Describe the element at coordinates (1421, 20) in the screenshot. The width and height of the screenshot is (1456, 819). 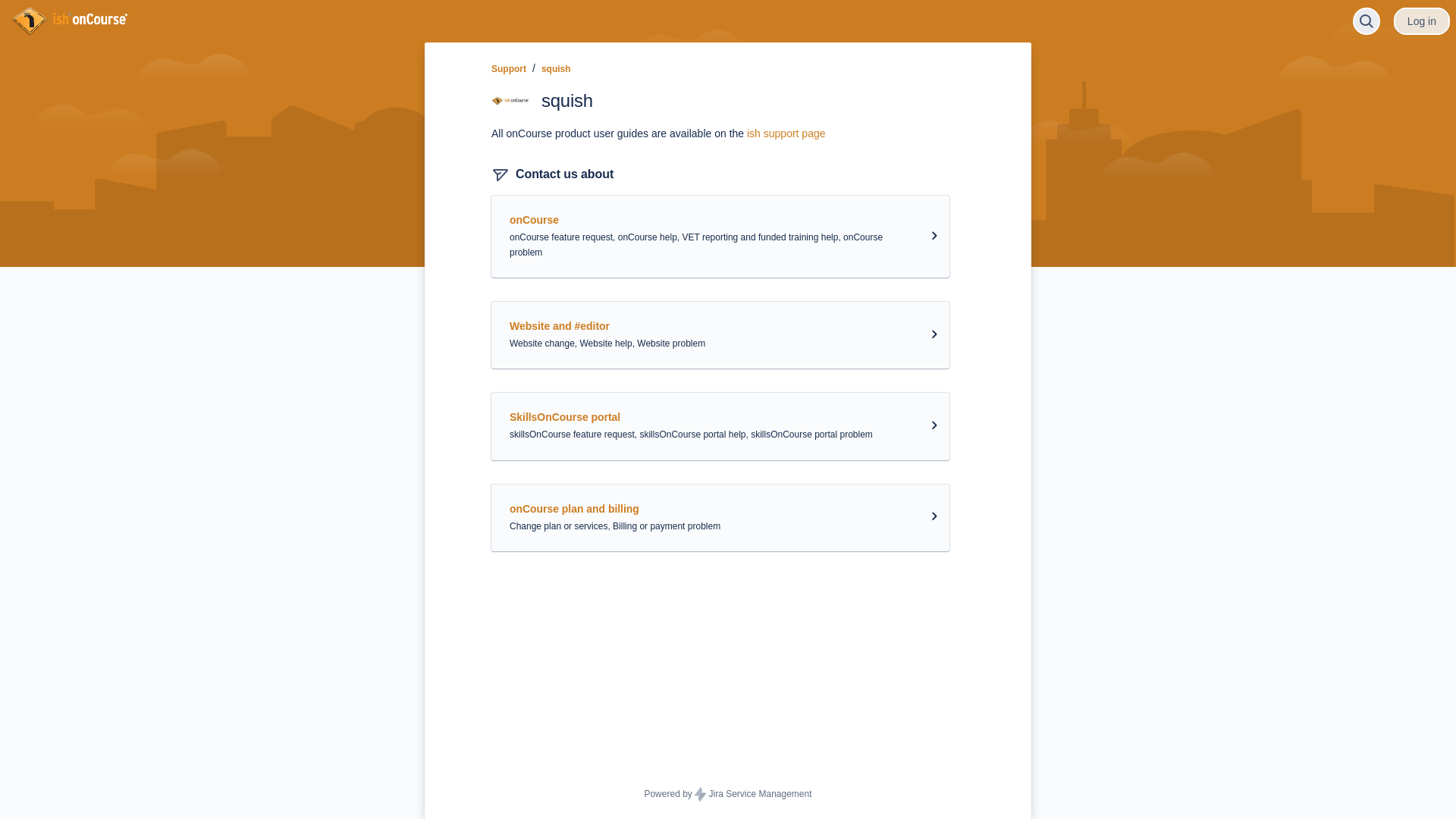
I see `'Log in'` at that location.